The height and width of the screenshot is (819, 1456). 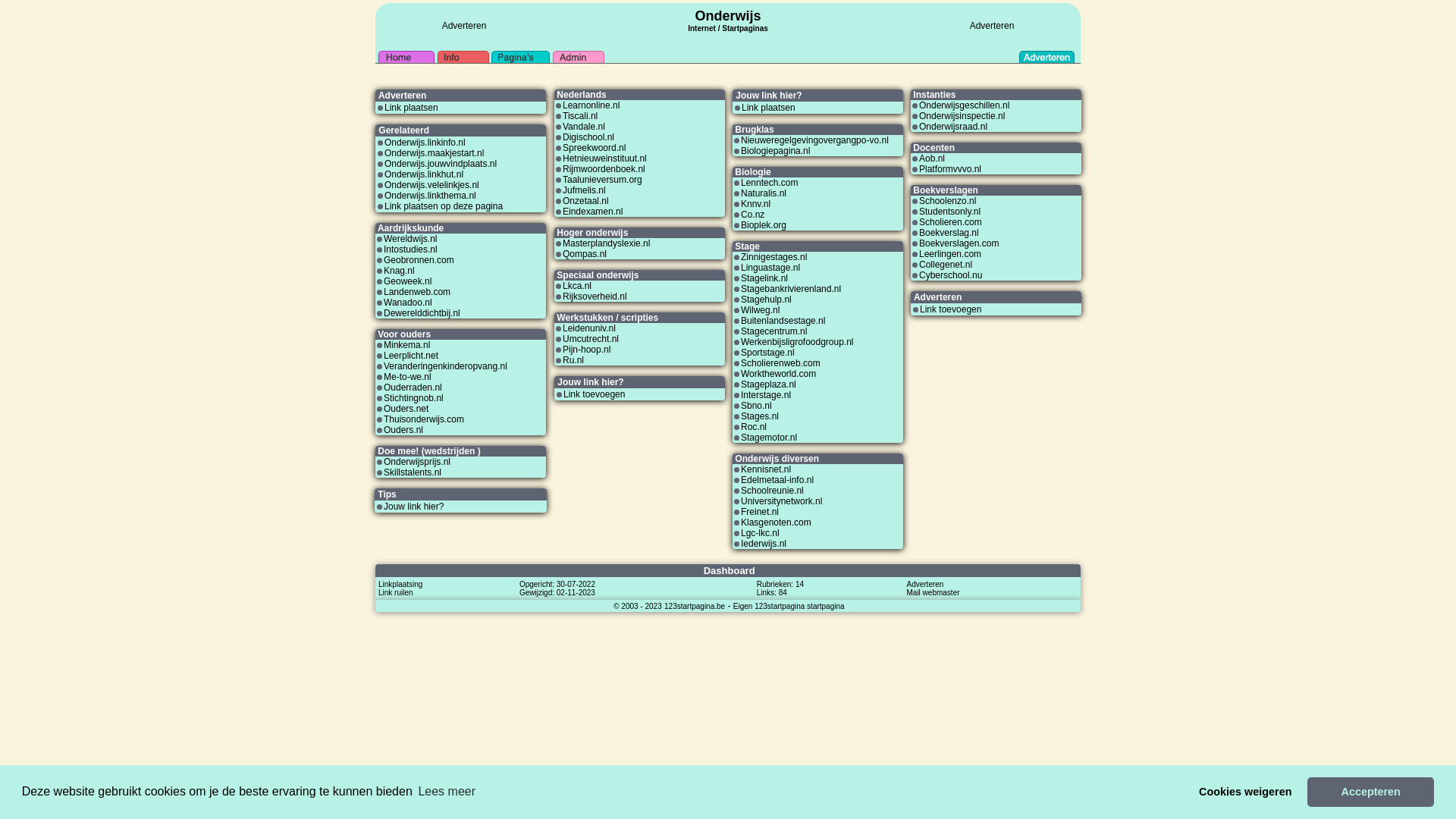 I want to click on 'Stagelink.nl', so click(x=764, y=278).